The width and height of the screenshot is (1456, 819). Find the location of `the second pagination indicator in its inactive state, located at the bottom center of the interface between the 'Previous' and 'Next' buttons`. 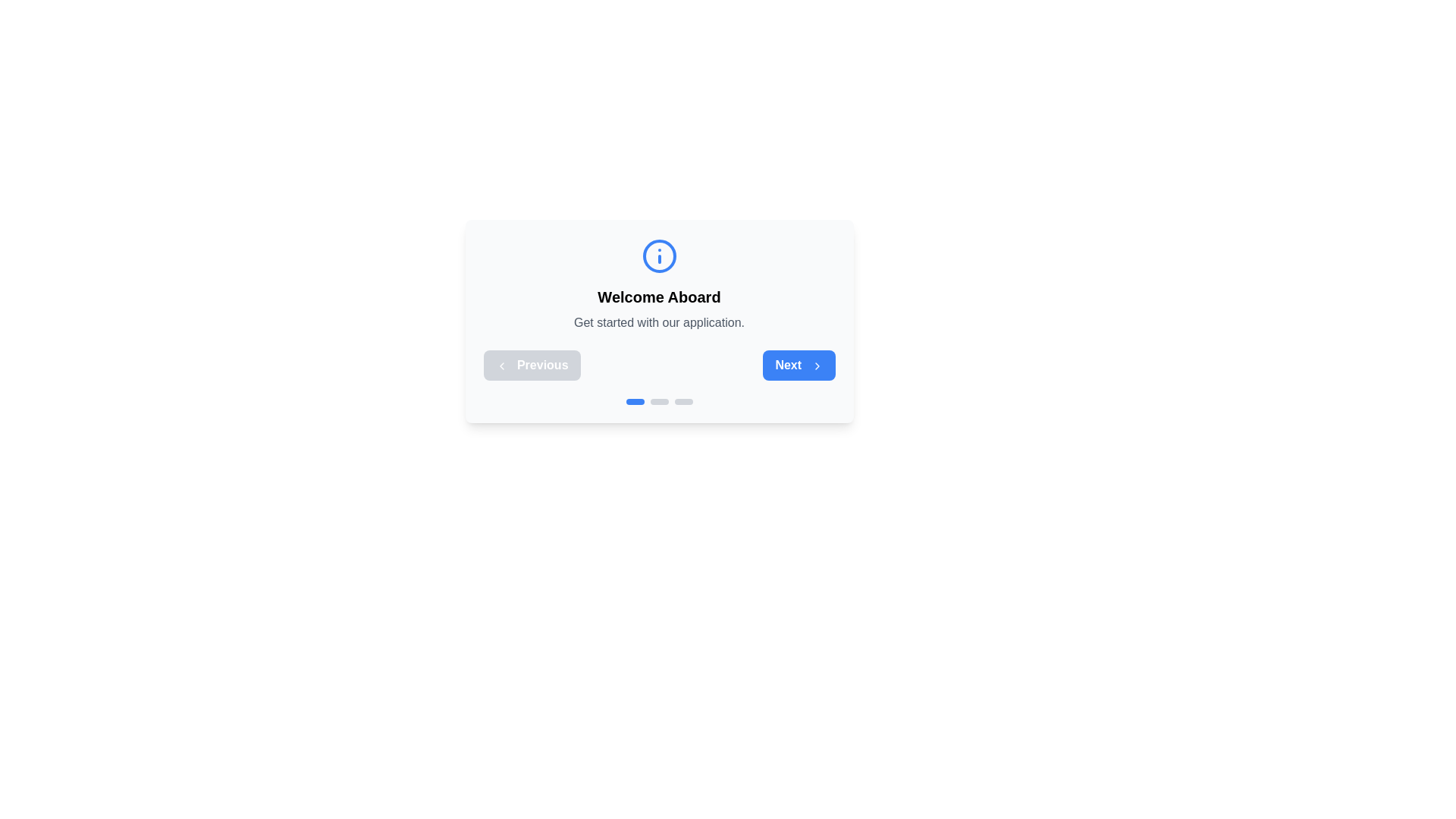

the second pagination indicator in its inactive state, located at the bottom center of the interface between the 'Previous' and 'Next' buttons is located at coordinates (659, 400).